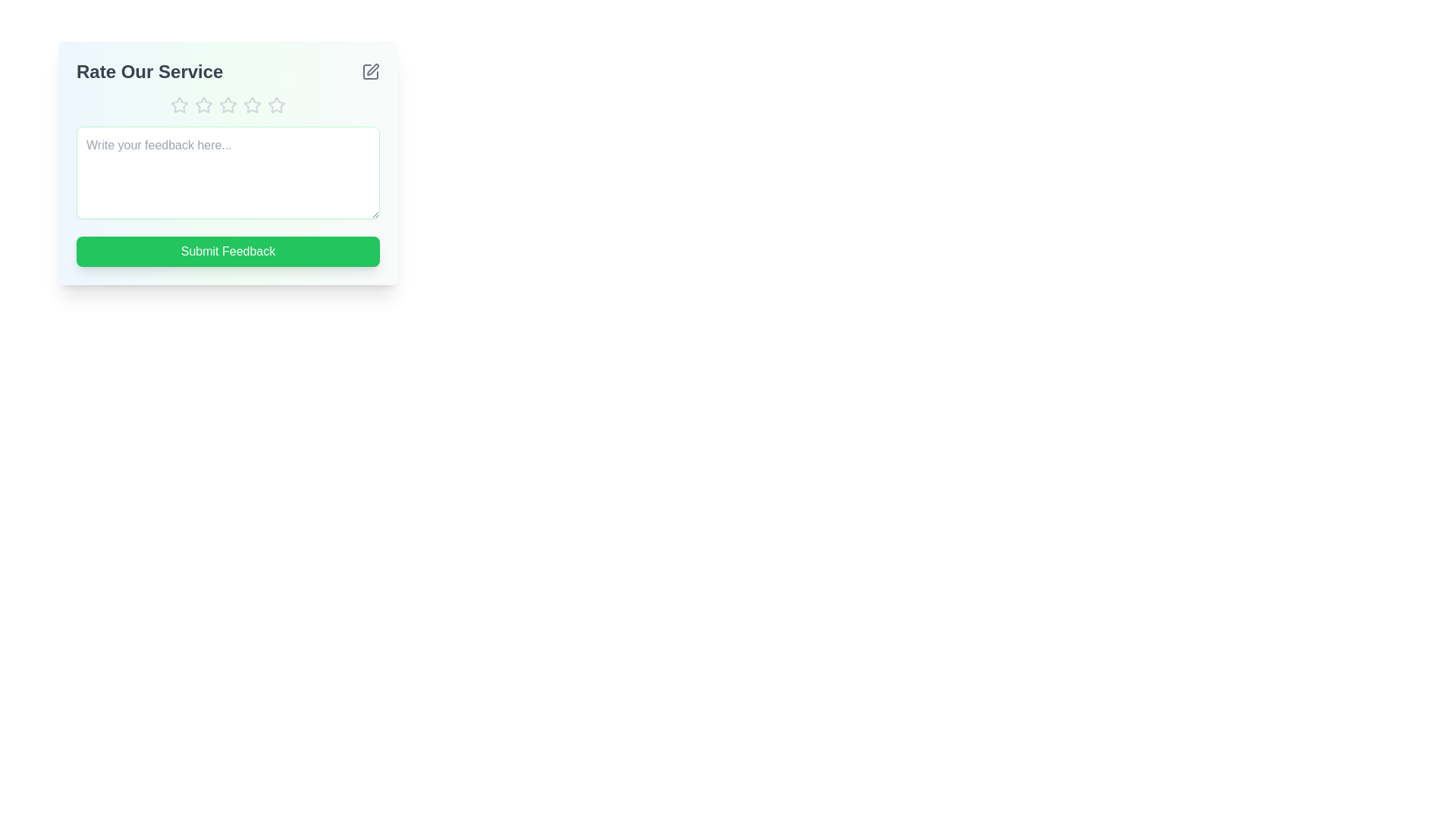 Image resolution: width=1456 pixels, height=819 pixels. Describe the element at coordinates (179, 104) in the screenshot. I see `the rating to 1 stars by clicking the corresponding star button` at that location.